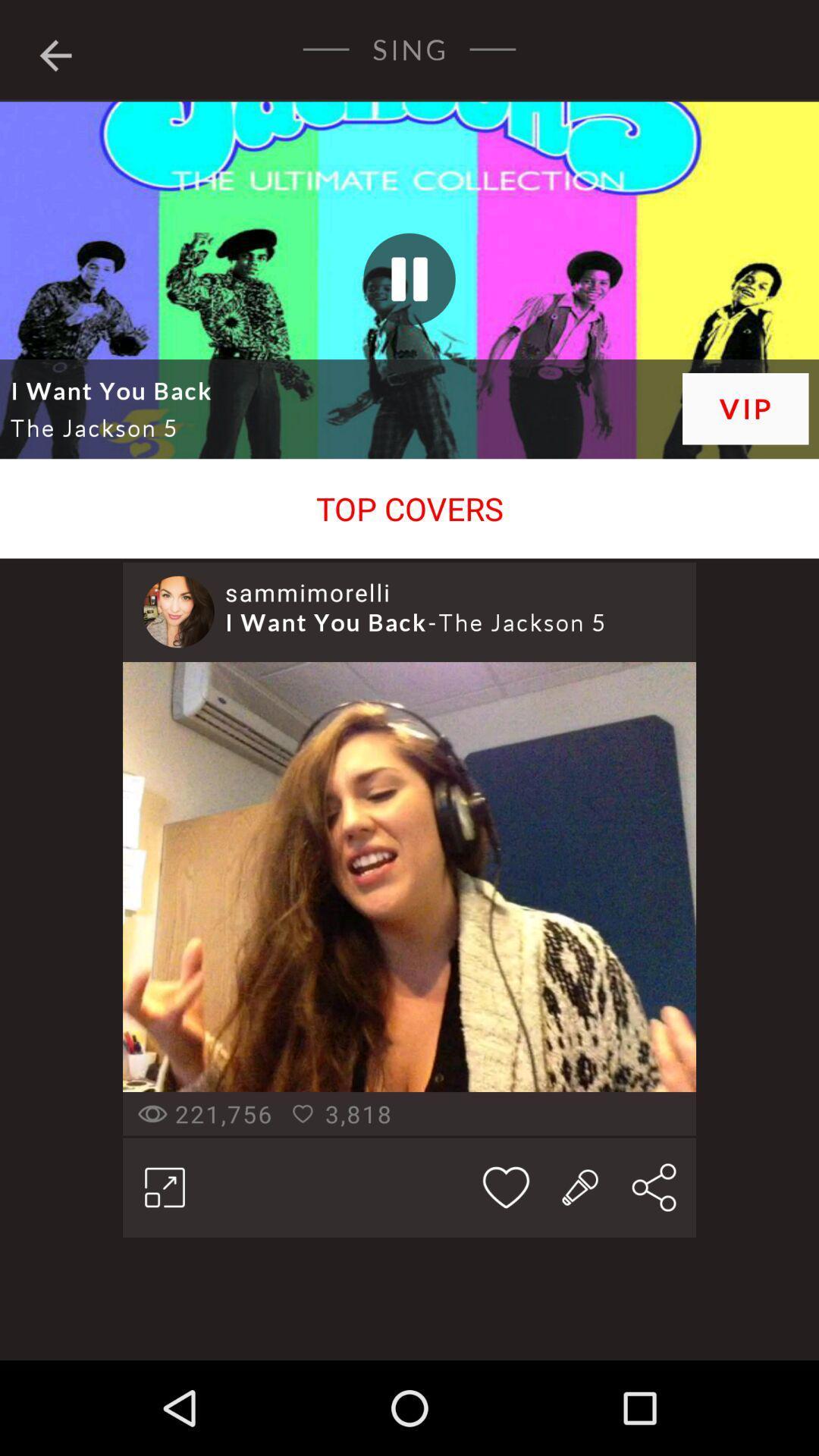 The image size is (819, 1456). I want to click on item to the right of the i want you icon, so click(745, 409).